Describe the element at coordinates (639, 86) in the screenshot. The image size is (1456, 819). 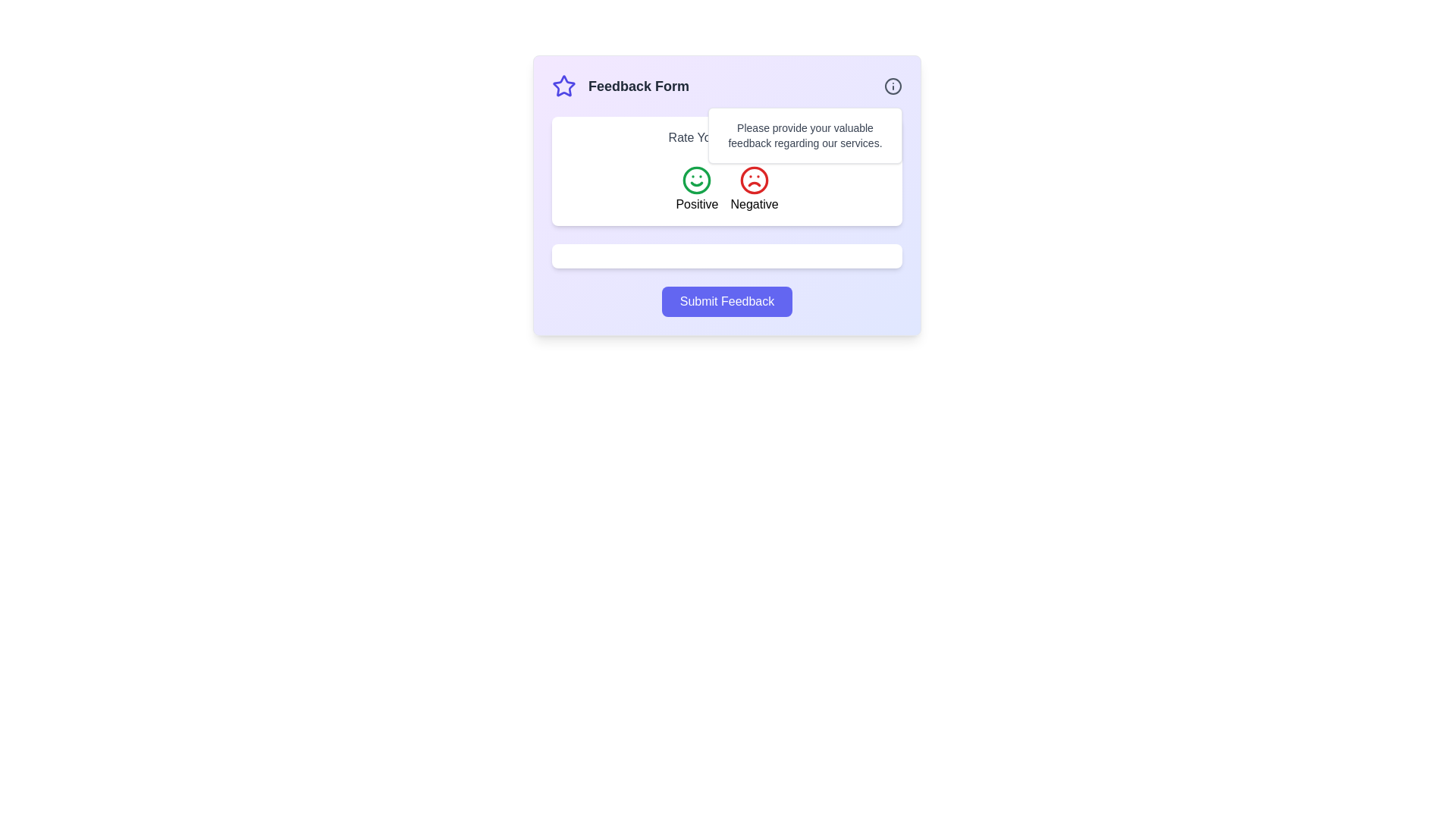
I see `the 'Feedback Form' text label, which is styled in bold, large-sized dark gray font and serves as a section title, positioned at the top center of the card interface` at that location.